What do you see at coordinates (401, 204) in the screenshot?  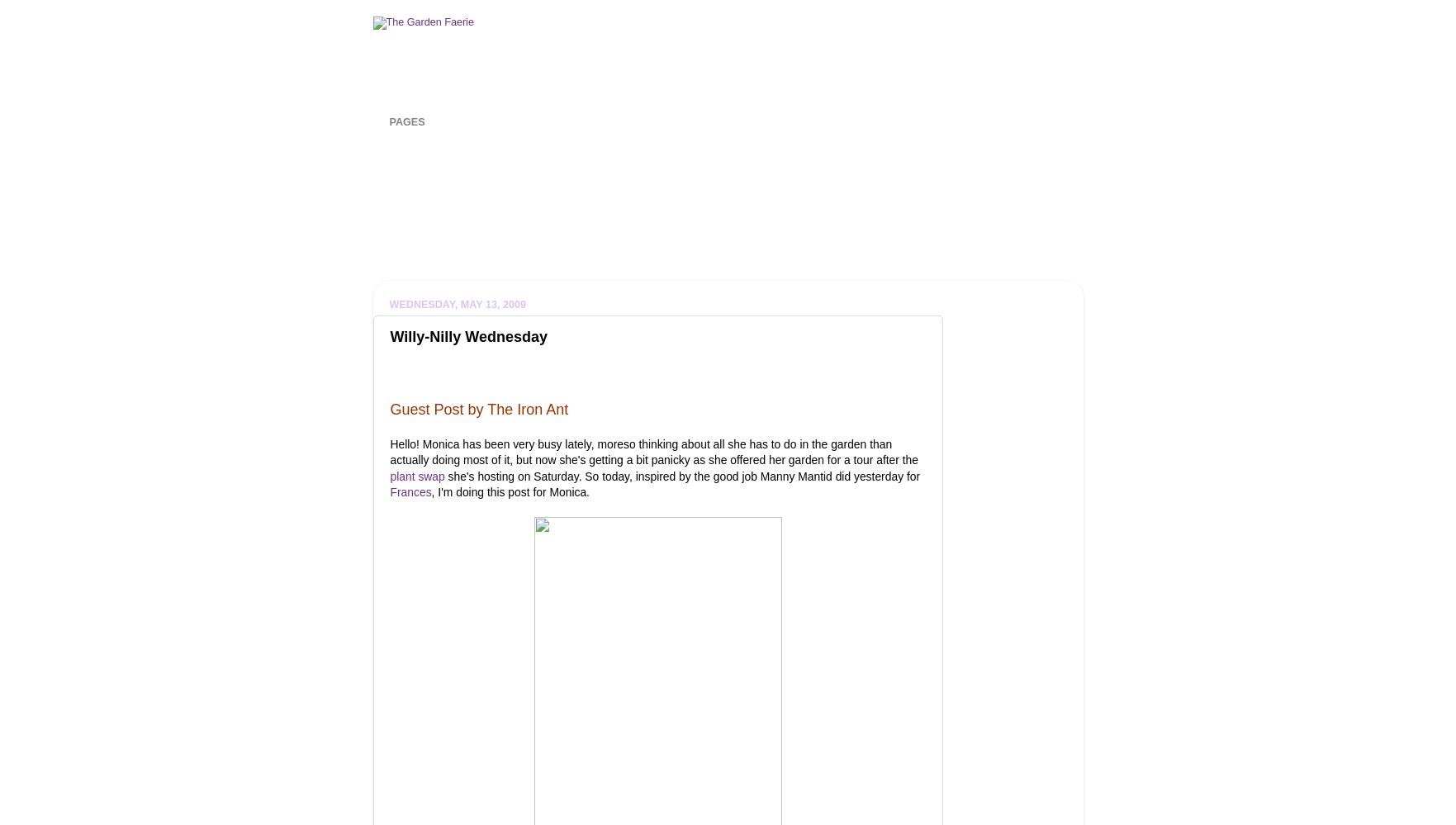 I see `'Winter Seed Sowing'` at bounding box center [401, 204].